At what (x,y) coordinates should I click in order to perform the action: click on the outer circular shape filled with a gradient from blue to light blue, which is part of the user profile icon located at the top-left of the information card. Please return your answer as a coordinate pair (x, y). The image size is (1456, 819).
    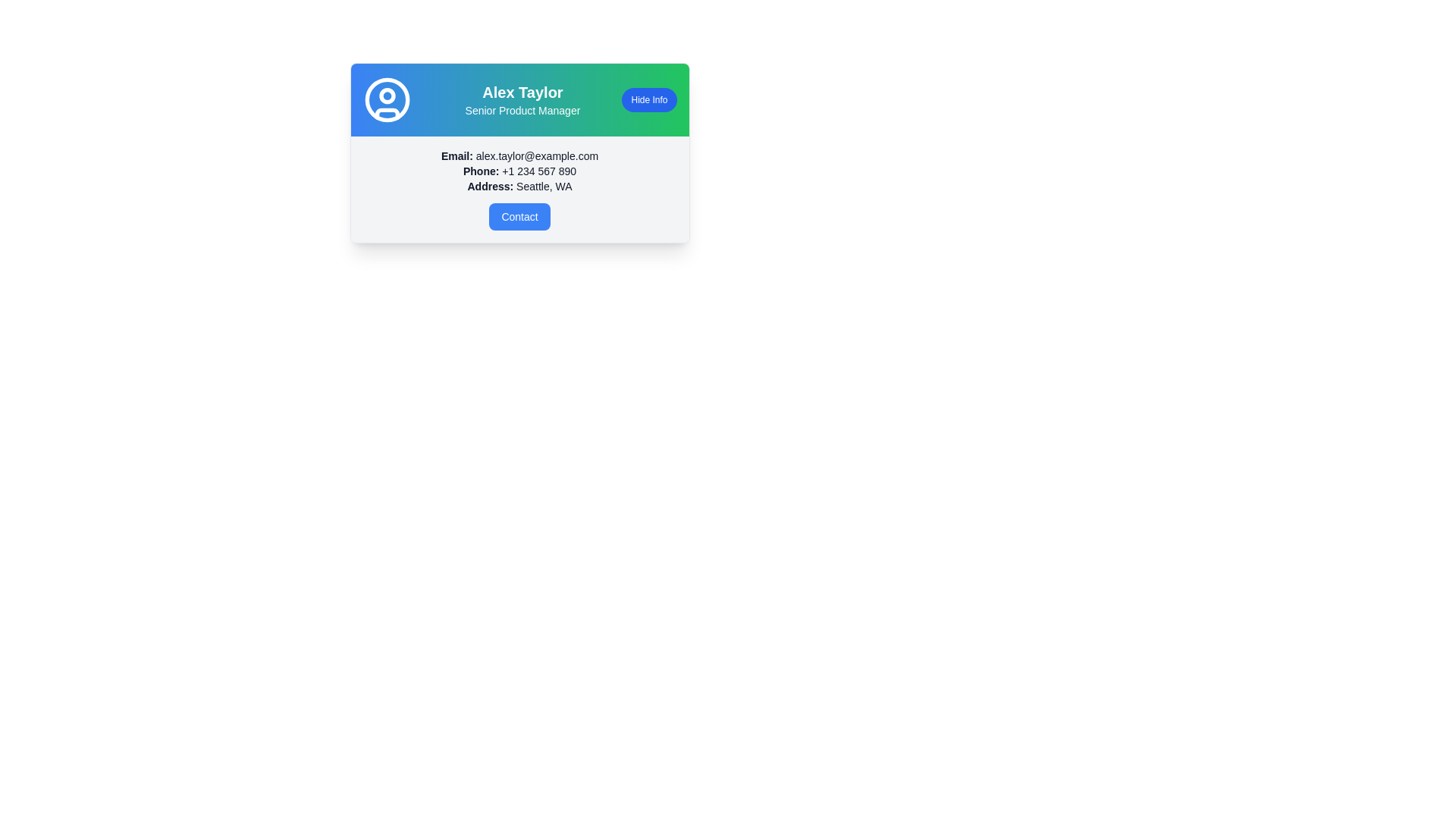
    Looking at the image, I should click on (387, 99).